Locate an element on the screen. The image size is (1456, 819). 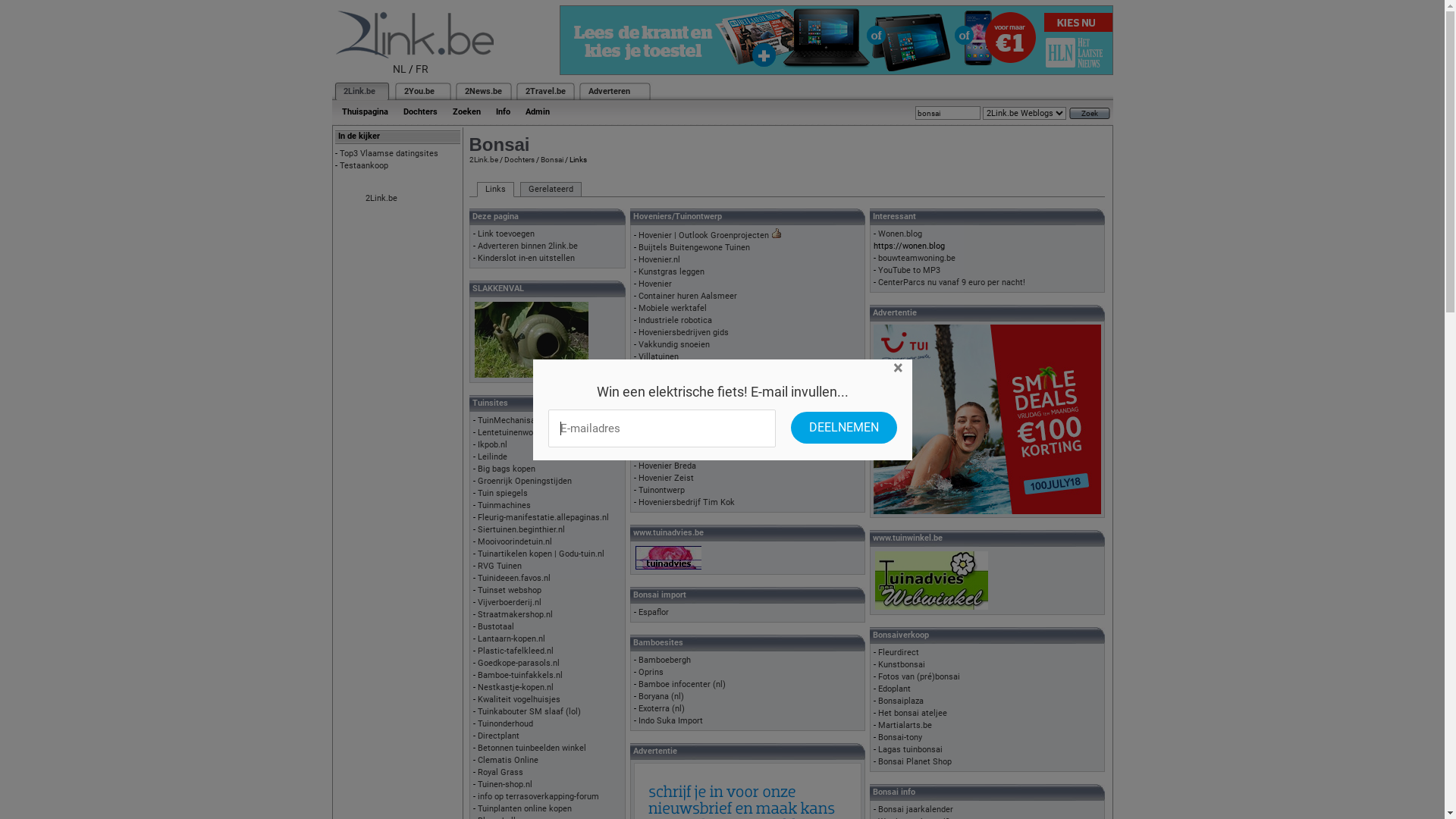
'Hovenier.nl' is located at coordinates (659, 259).